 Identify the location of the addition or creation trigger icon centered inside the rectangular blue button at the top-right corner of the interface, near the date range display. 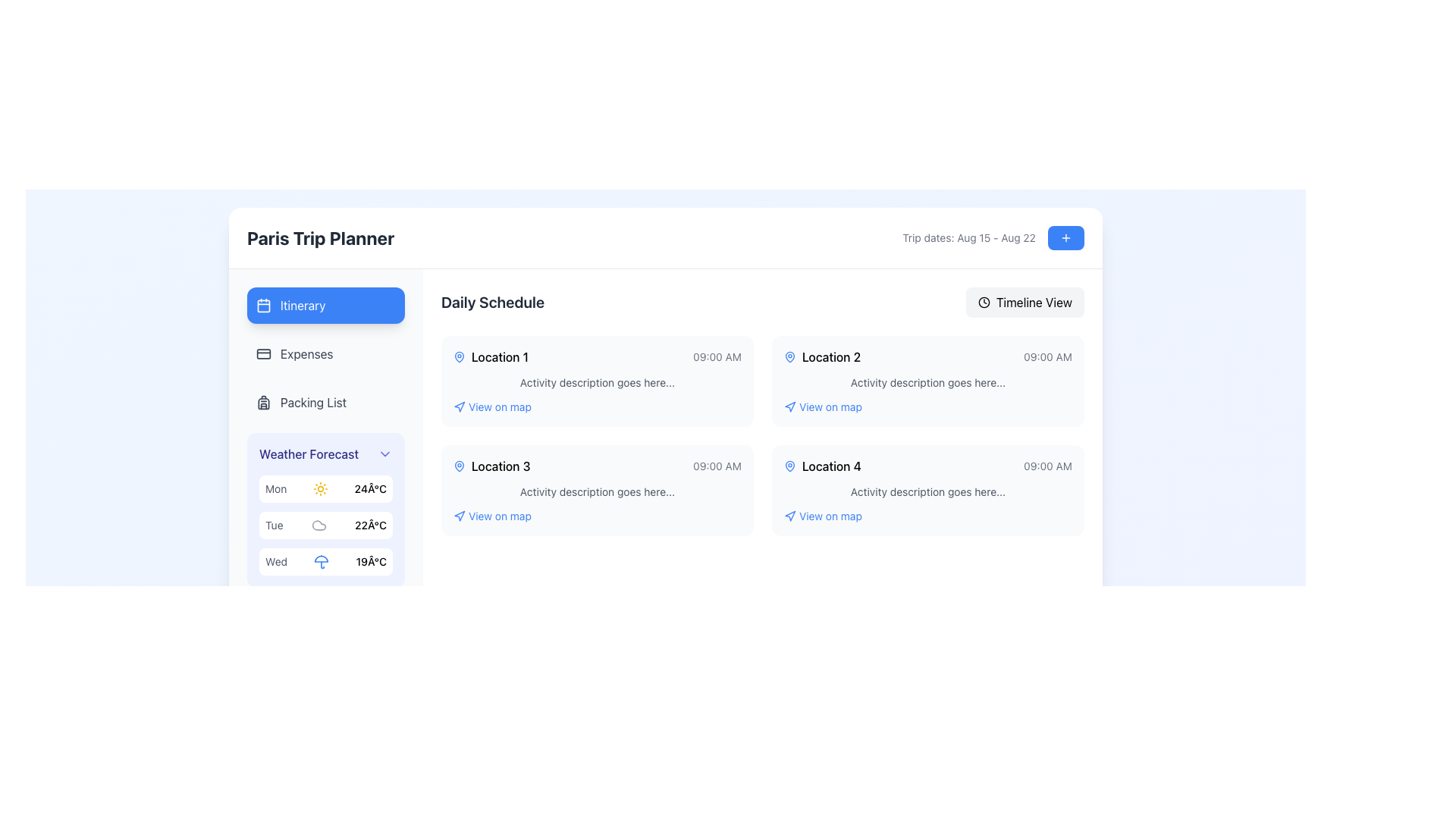
(1065, 237).